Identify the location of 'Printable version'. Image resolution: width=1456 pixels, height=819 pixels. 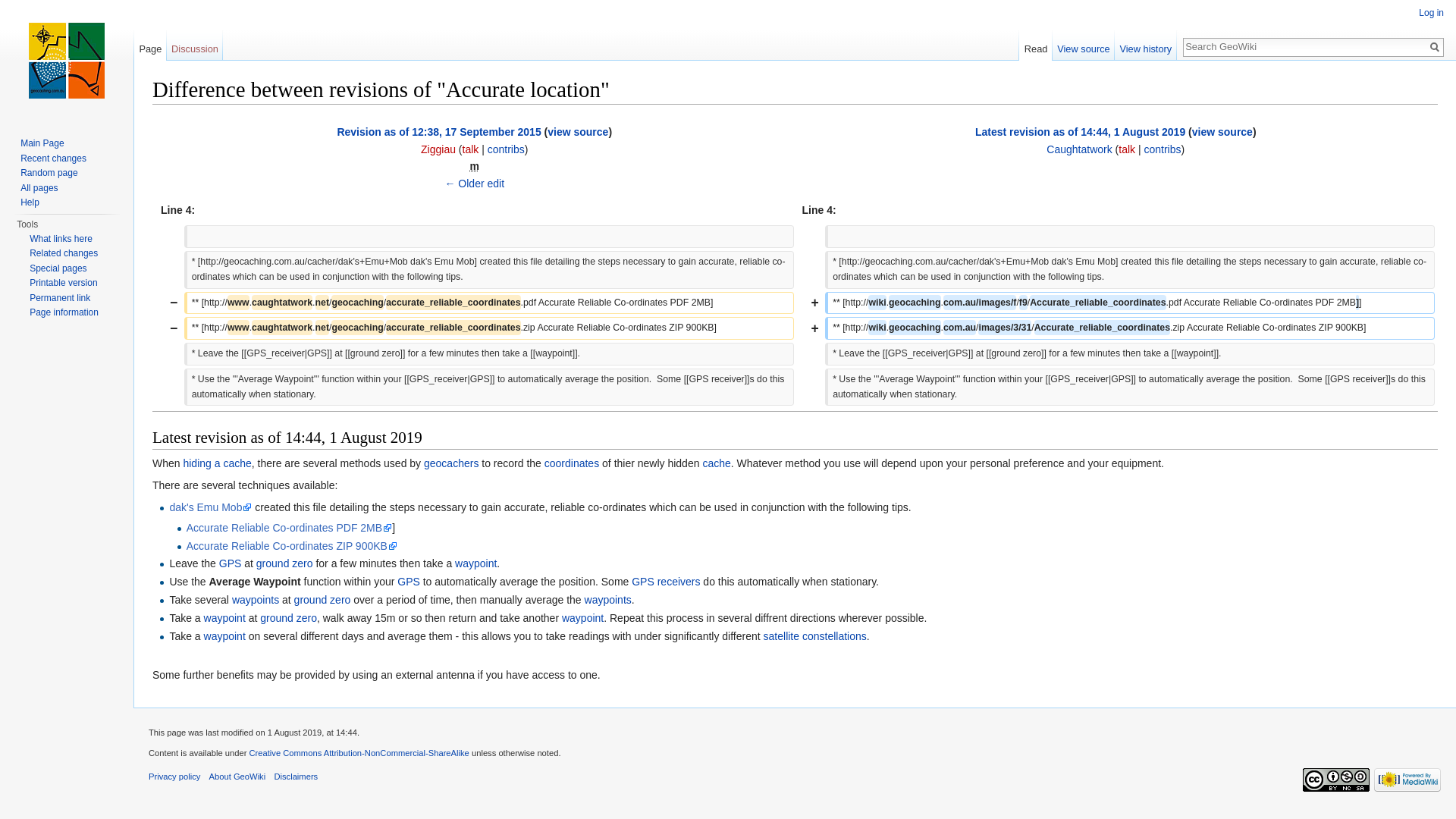
(29, 283).